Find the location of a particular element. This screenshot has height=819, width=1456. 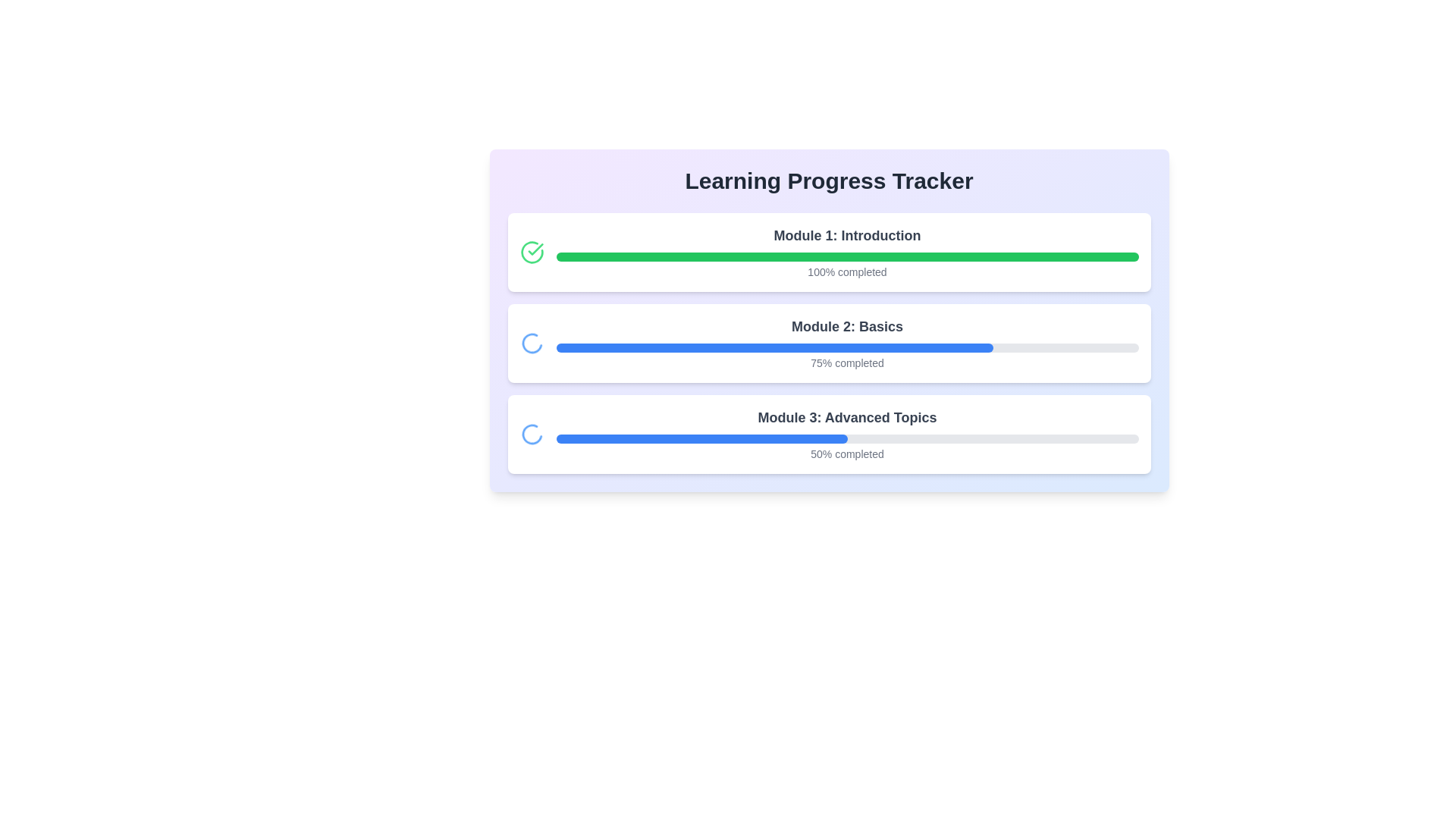

the text label displaying 'Module 1: Introduction', which is styled with a larger font size and bold weight, located at the top of the progress indicator section in the learning progress tracker interface is located at coordinates (846, 236).